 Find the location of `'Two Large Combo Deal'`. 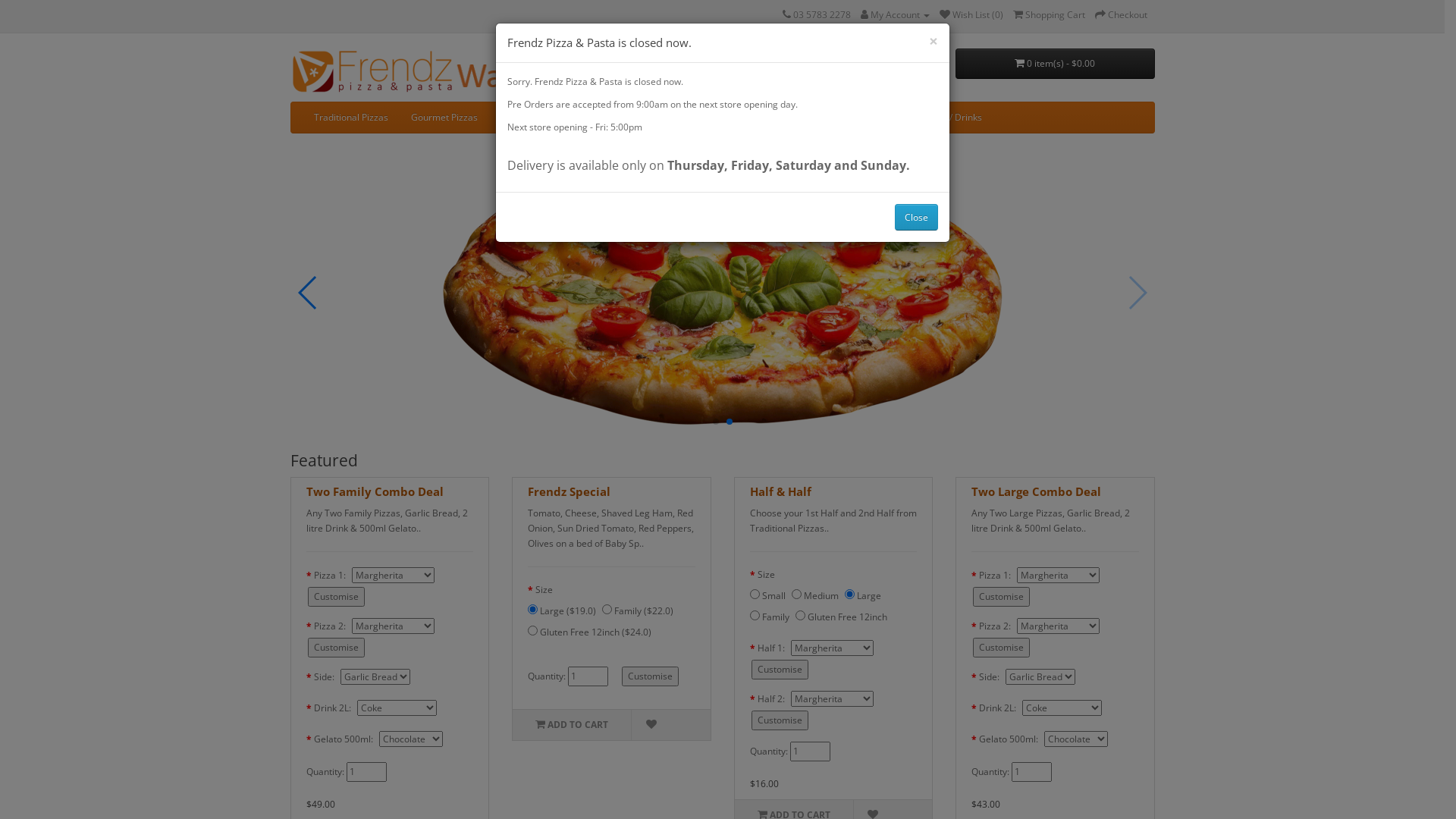

'Two Large Combo Deal' is located at coordinates (1035, 491).